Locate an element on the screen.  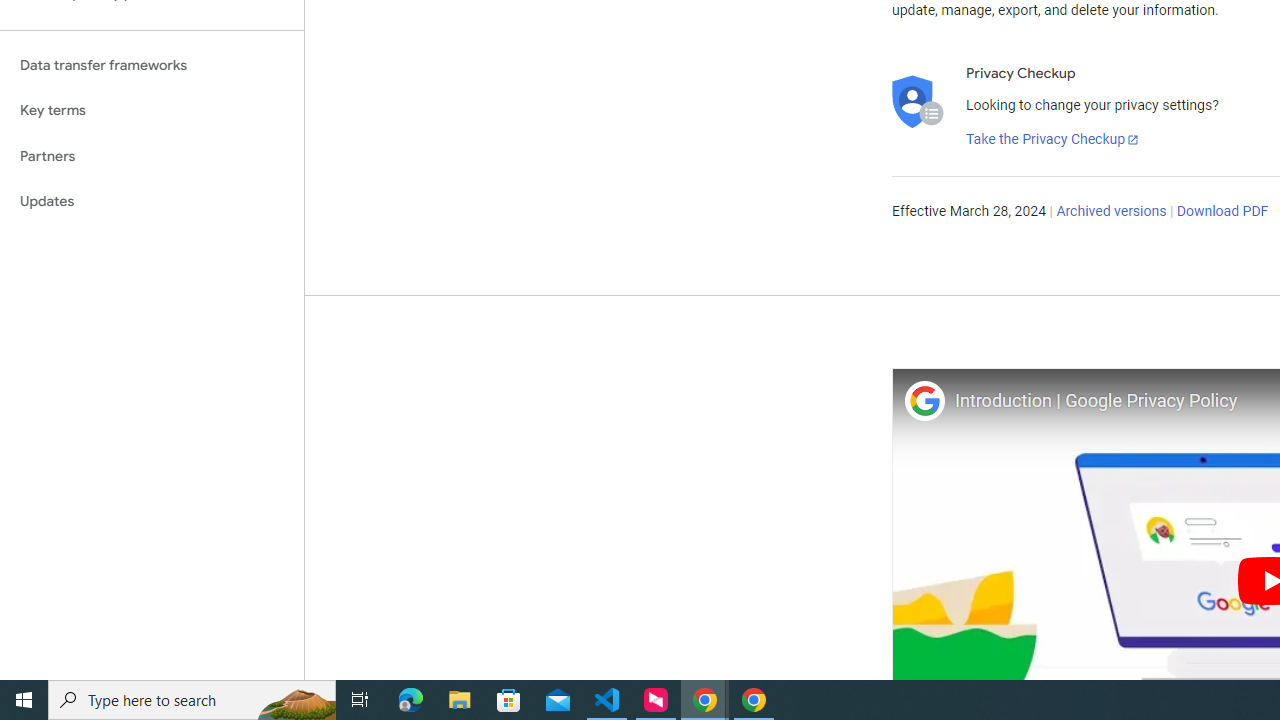
'Take the Privacy Checkup' is located at coordinates (1052, 139).